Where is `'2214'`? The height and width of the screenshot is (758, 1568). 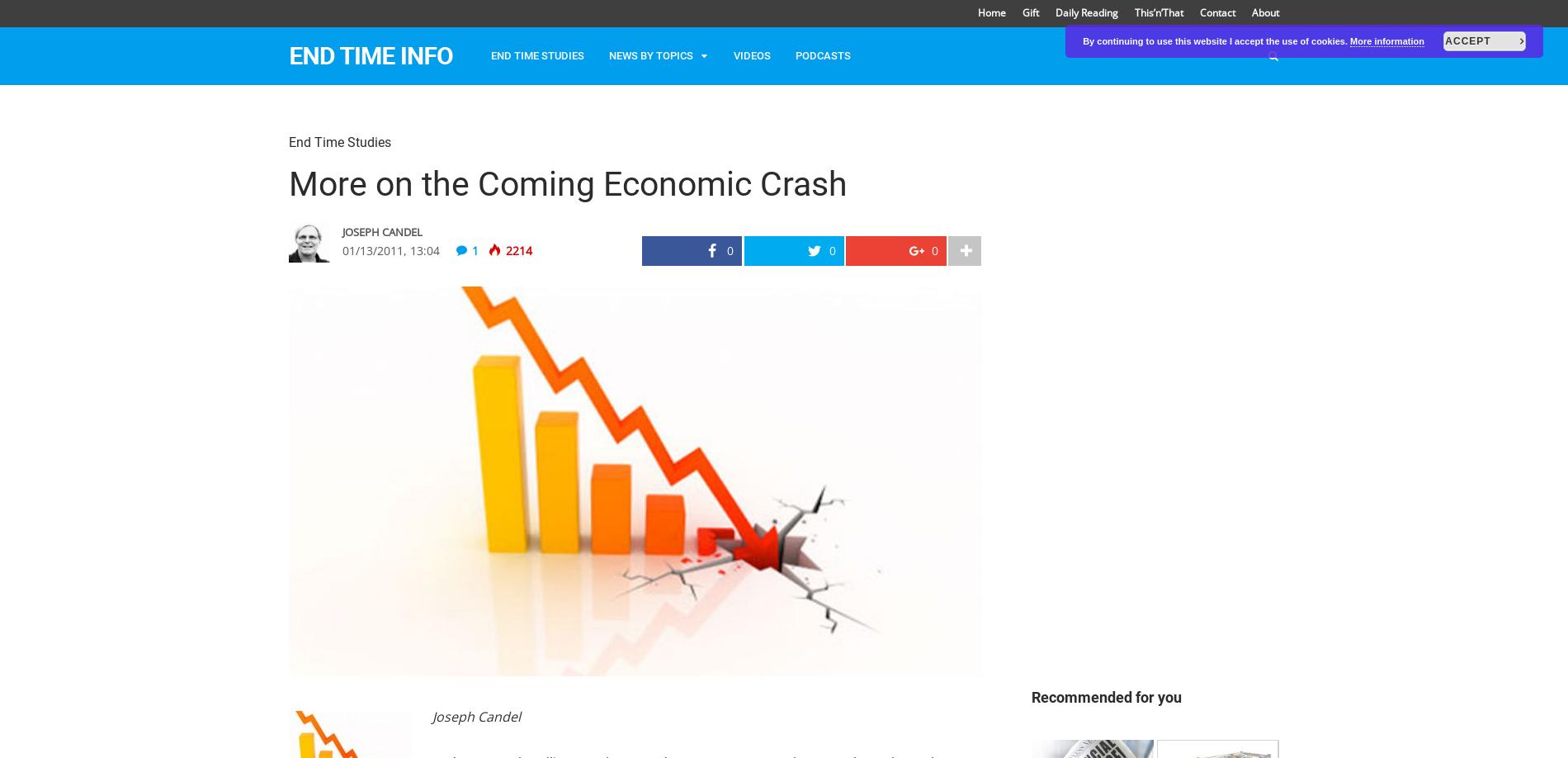
'2214' is located at coordinates (517, 249).